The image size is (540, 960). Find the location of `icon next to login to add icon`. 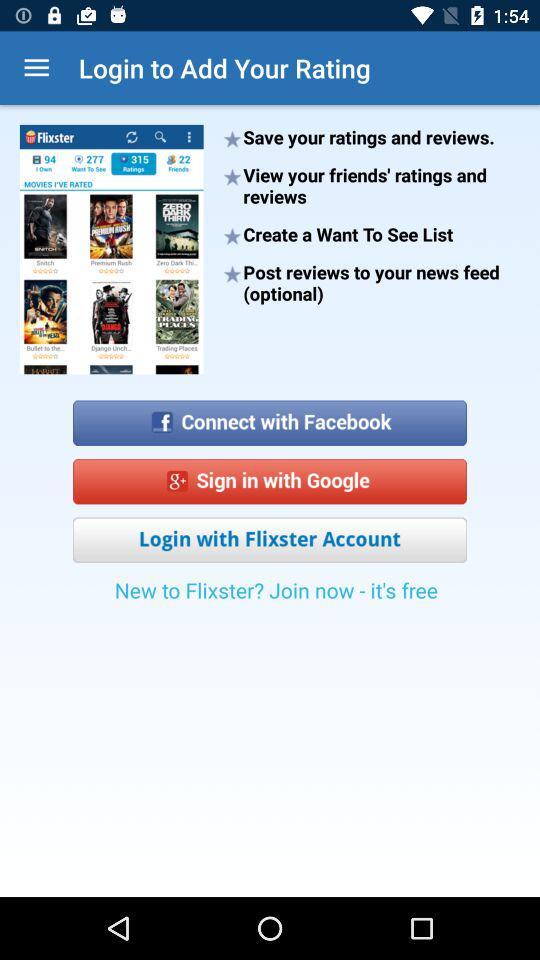

icon next to login to add icon is located at coordinates (36, 68).